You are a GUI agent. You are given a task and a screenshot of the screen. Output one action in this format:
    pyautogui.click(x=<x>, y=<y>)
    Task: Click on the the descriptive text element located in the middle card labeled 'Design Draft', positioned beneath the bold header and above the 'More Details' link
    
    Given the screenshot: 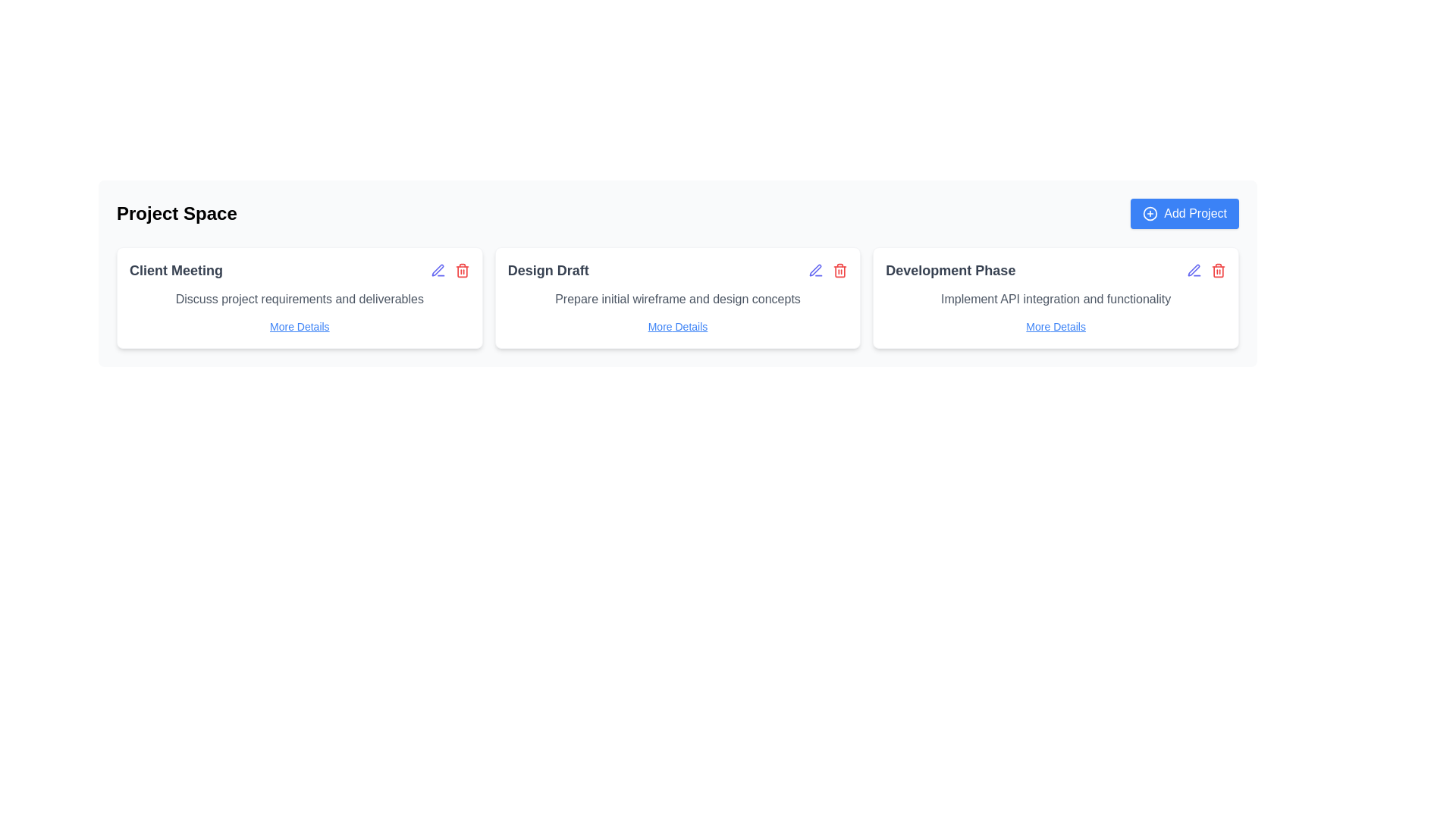 What is the action you would take?
    pyautogui.click(x=676, y=299)
    